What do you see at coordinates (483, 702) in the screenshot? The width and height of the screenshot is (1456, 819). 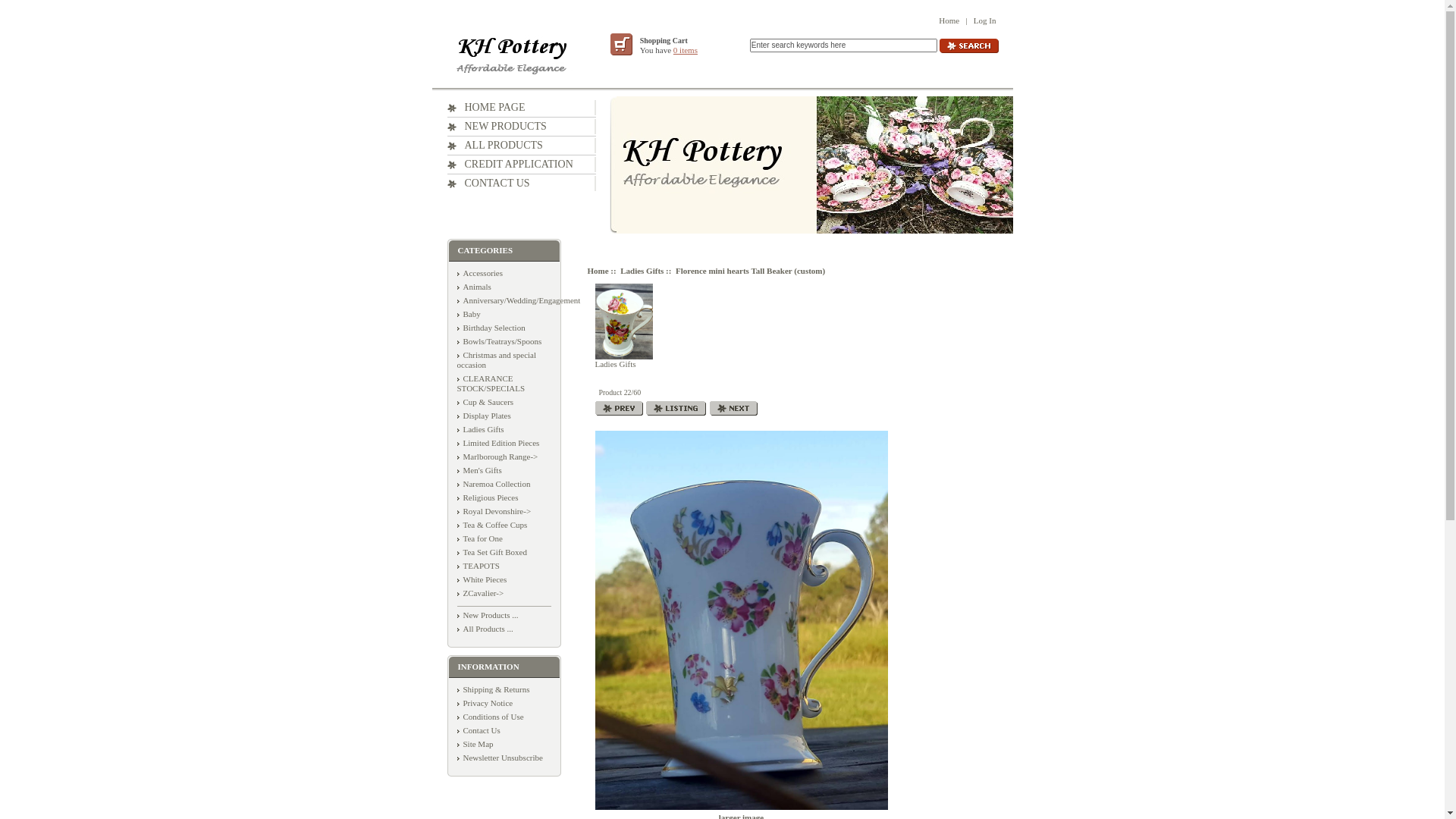 I see `'Privacy Notice'` at bounding box center [483, 702].